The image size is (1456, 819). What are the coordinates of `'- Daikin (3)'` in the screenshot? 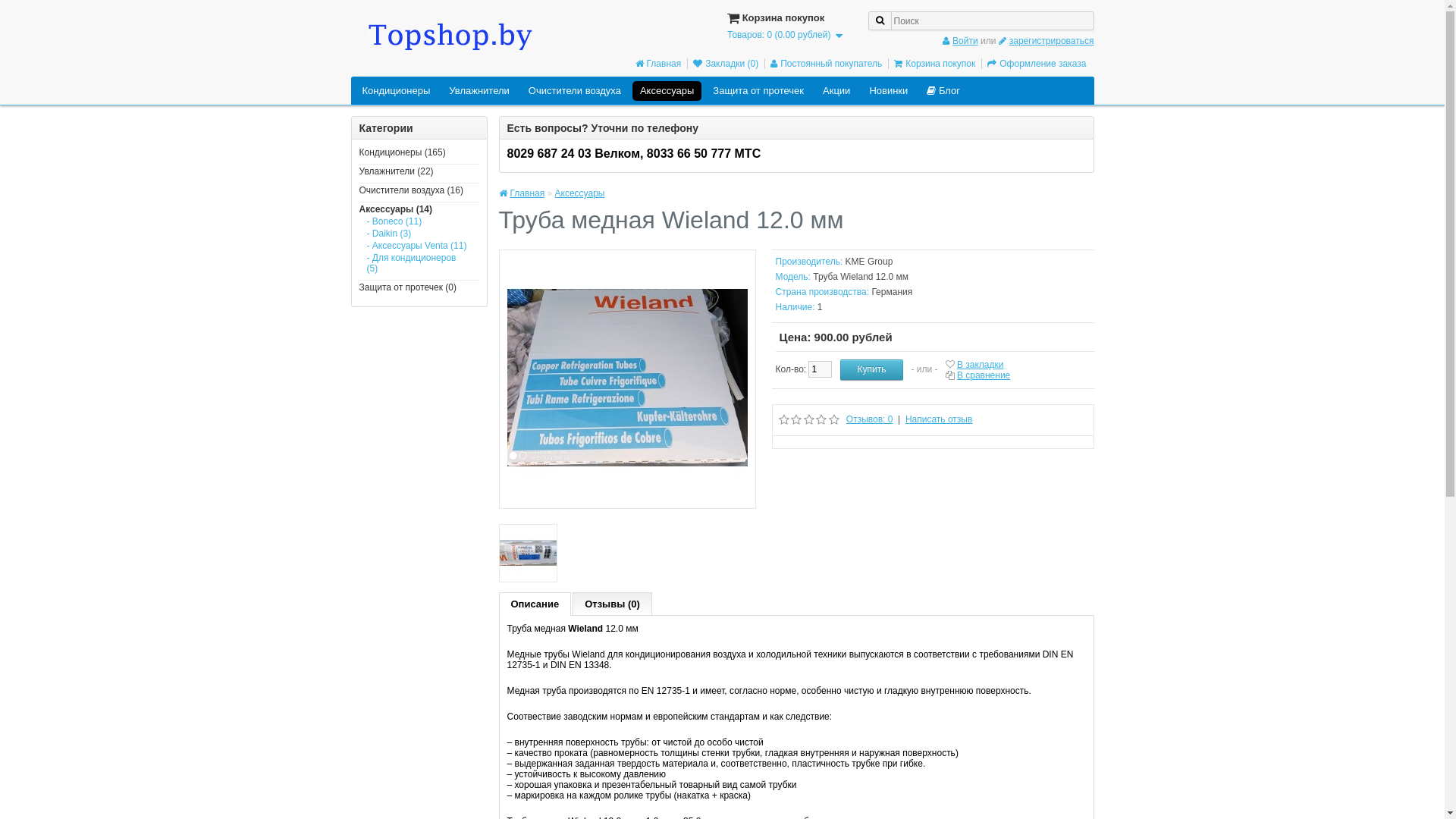 It's located at (418, 234).